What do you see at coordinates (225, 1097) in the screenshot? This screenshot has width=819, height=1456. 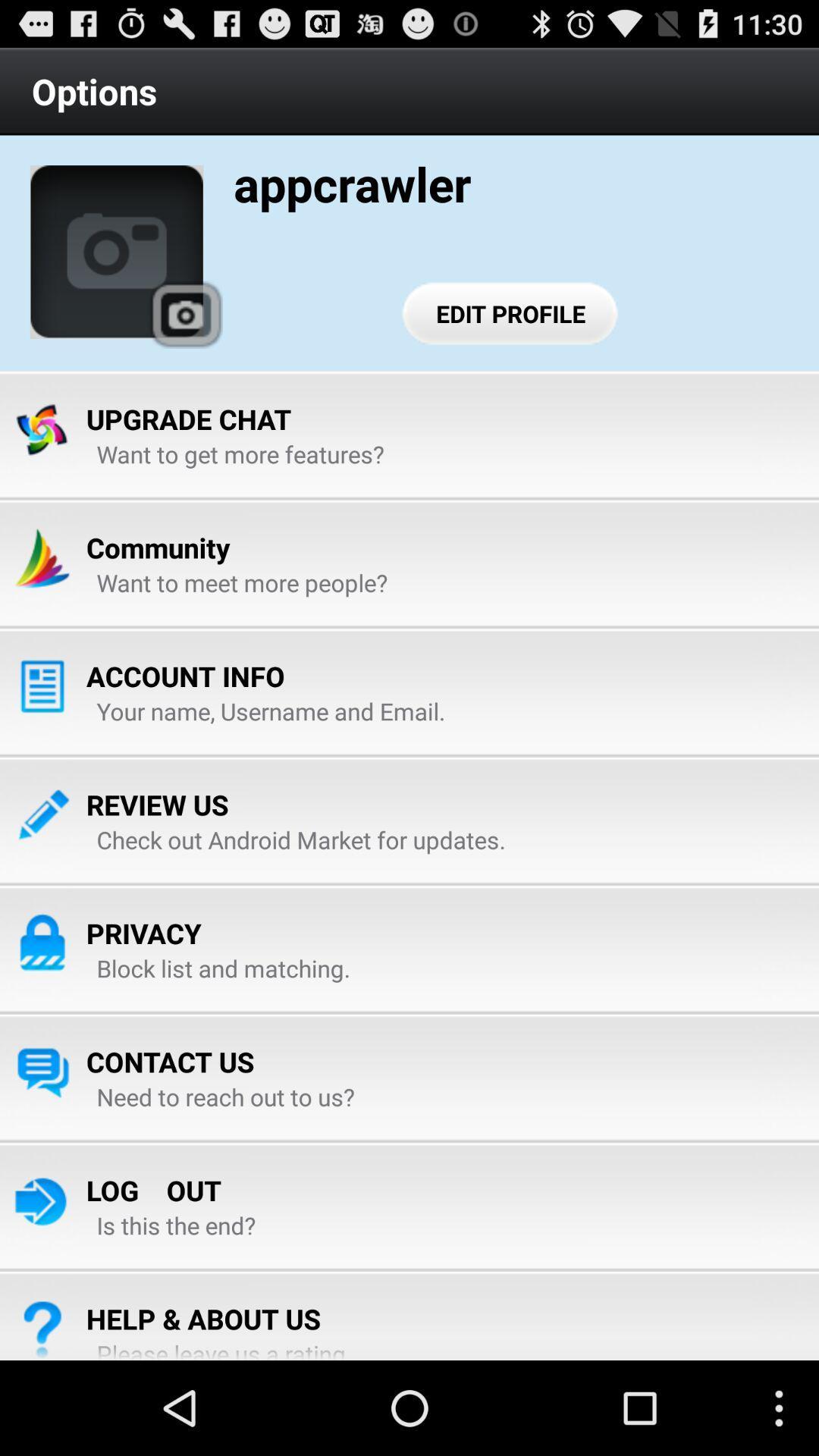 I see `need to reach app` at bounding box center [225, 1097].